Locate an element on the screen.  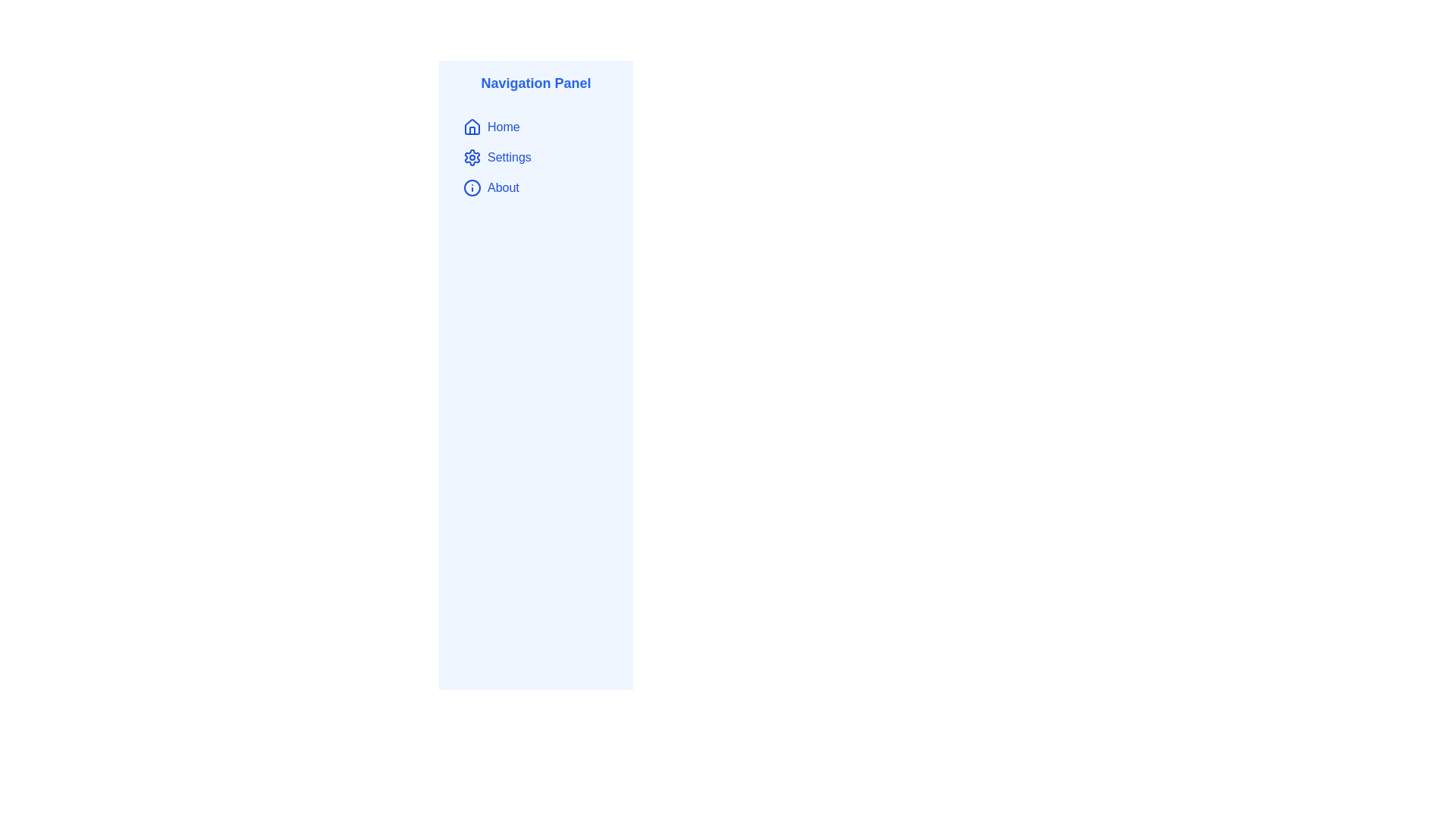
the circular graphic element with a blue border located next to the 'About' label in the navigation panel is located at coordinates (472, 187).